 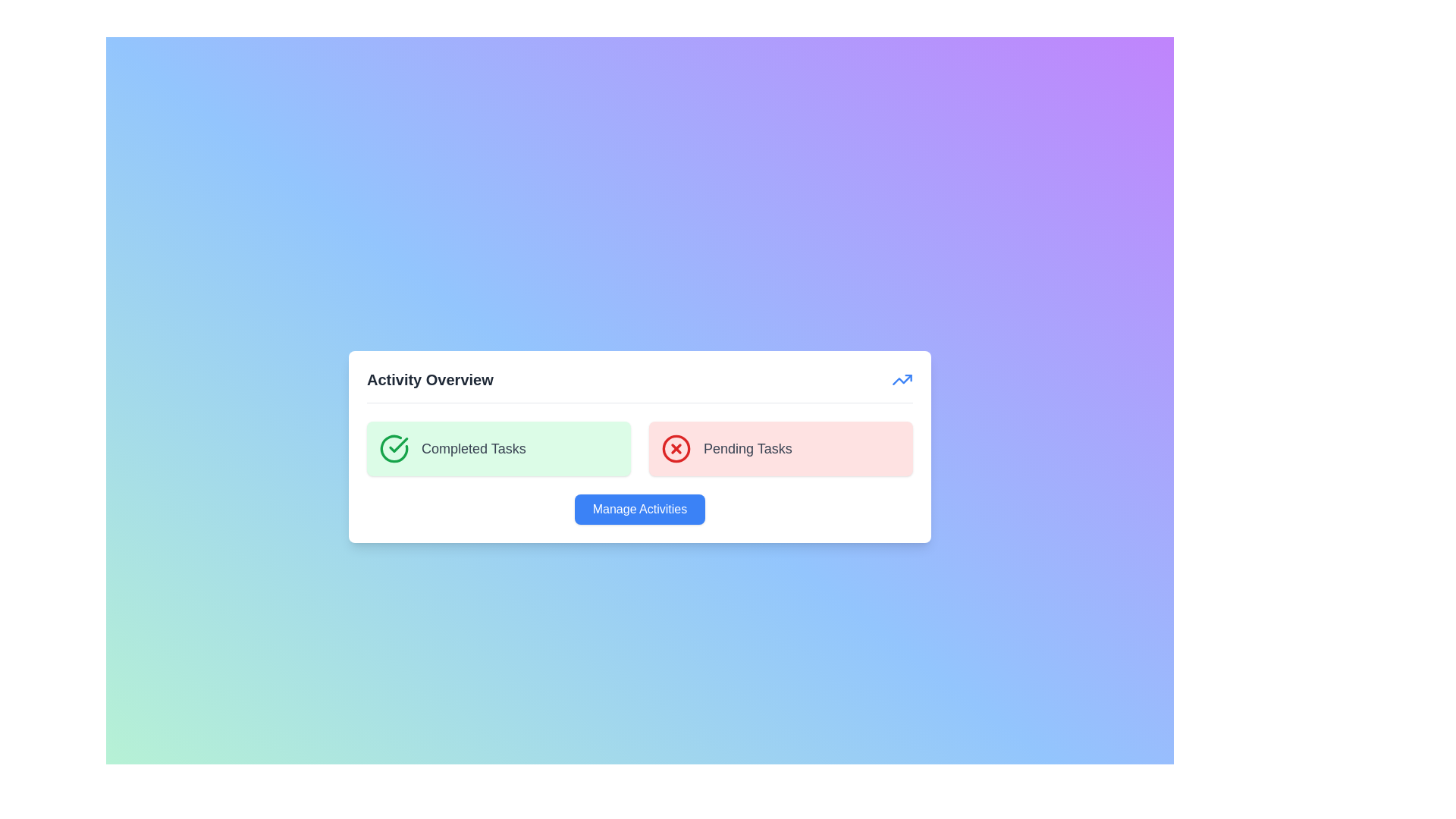 I want to click on the 'Manage Activities' button, so click(x=640, y=509).